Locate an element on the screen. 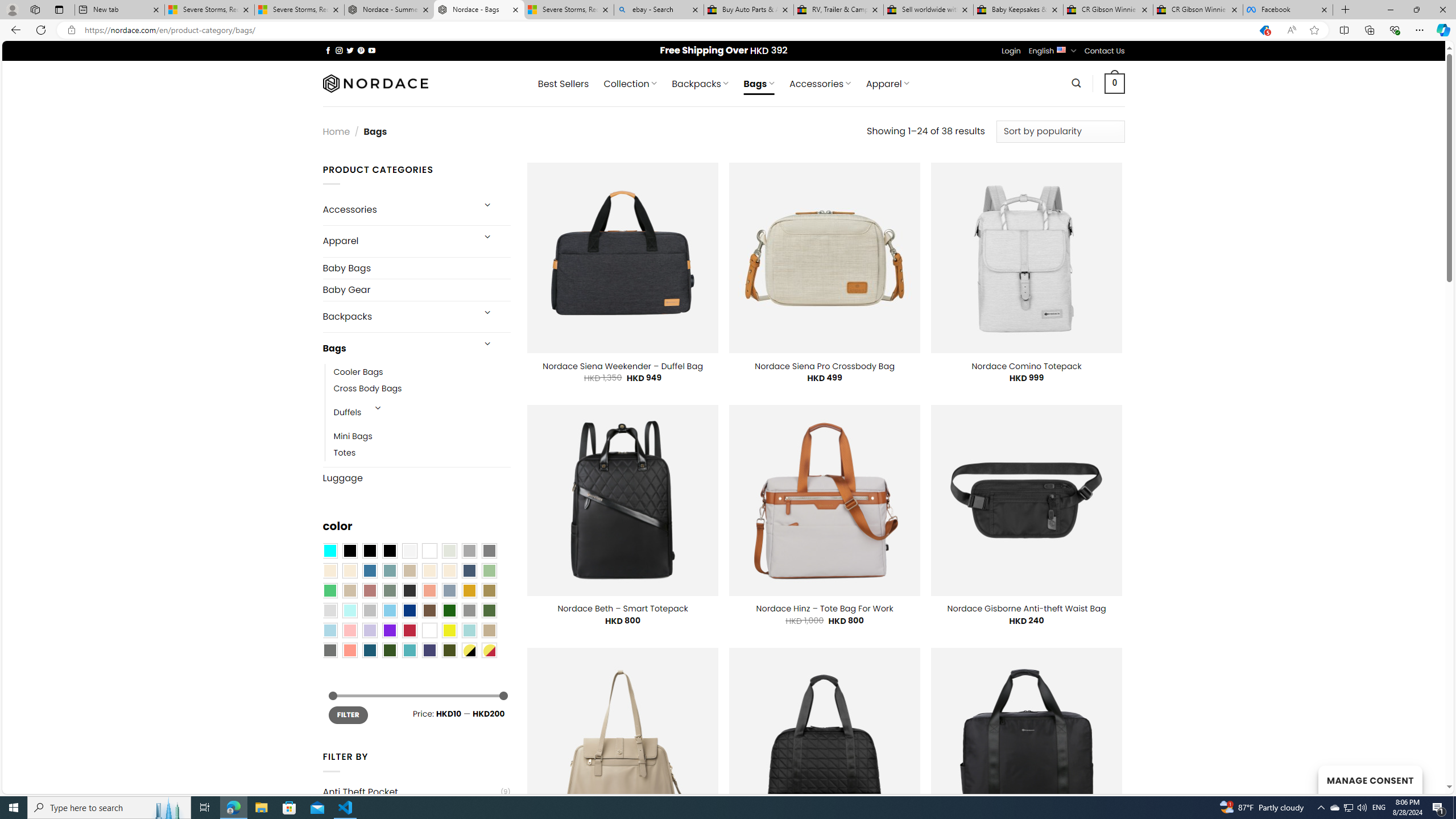 The height and width of the screenshot is (819, 1456). 'Shop order' is located at coordinates (1060, 131).